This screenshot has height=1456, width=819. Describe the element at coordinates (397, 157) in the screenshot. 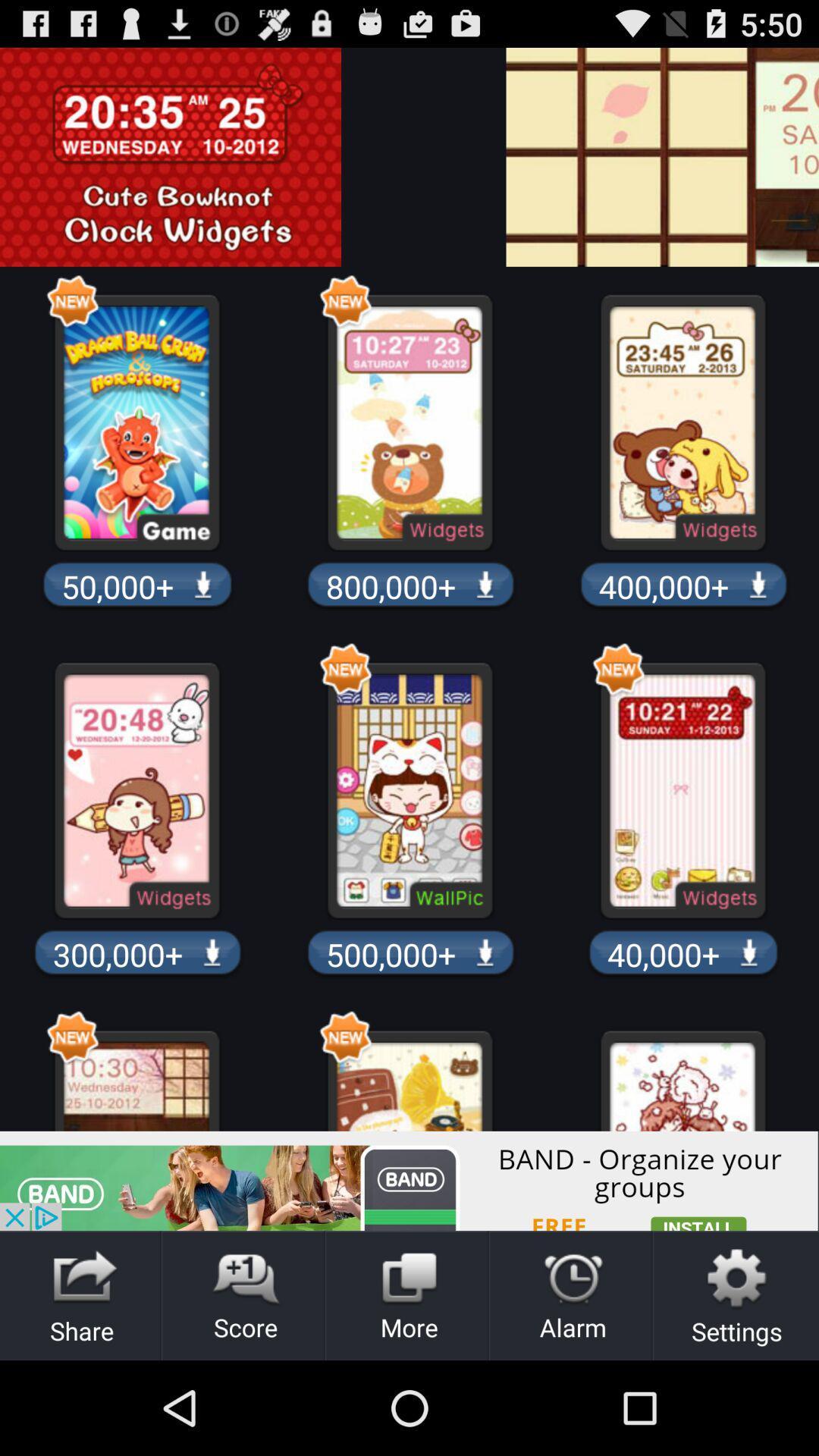

I see `advertisement` at that location.